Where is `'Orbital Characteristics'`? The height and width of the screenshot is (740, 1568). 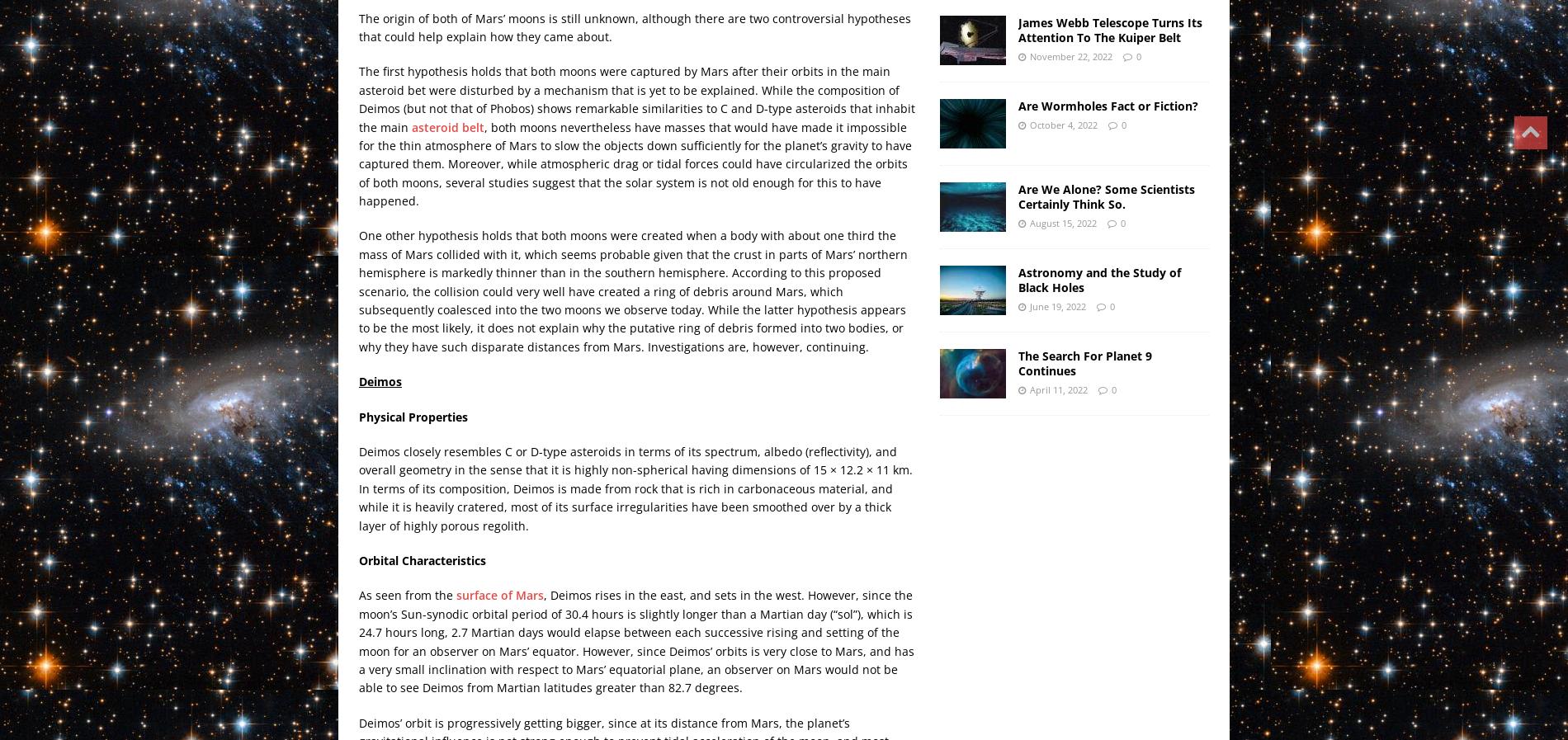 'Orbital Characteristics' is located at coordinates (423, 559).